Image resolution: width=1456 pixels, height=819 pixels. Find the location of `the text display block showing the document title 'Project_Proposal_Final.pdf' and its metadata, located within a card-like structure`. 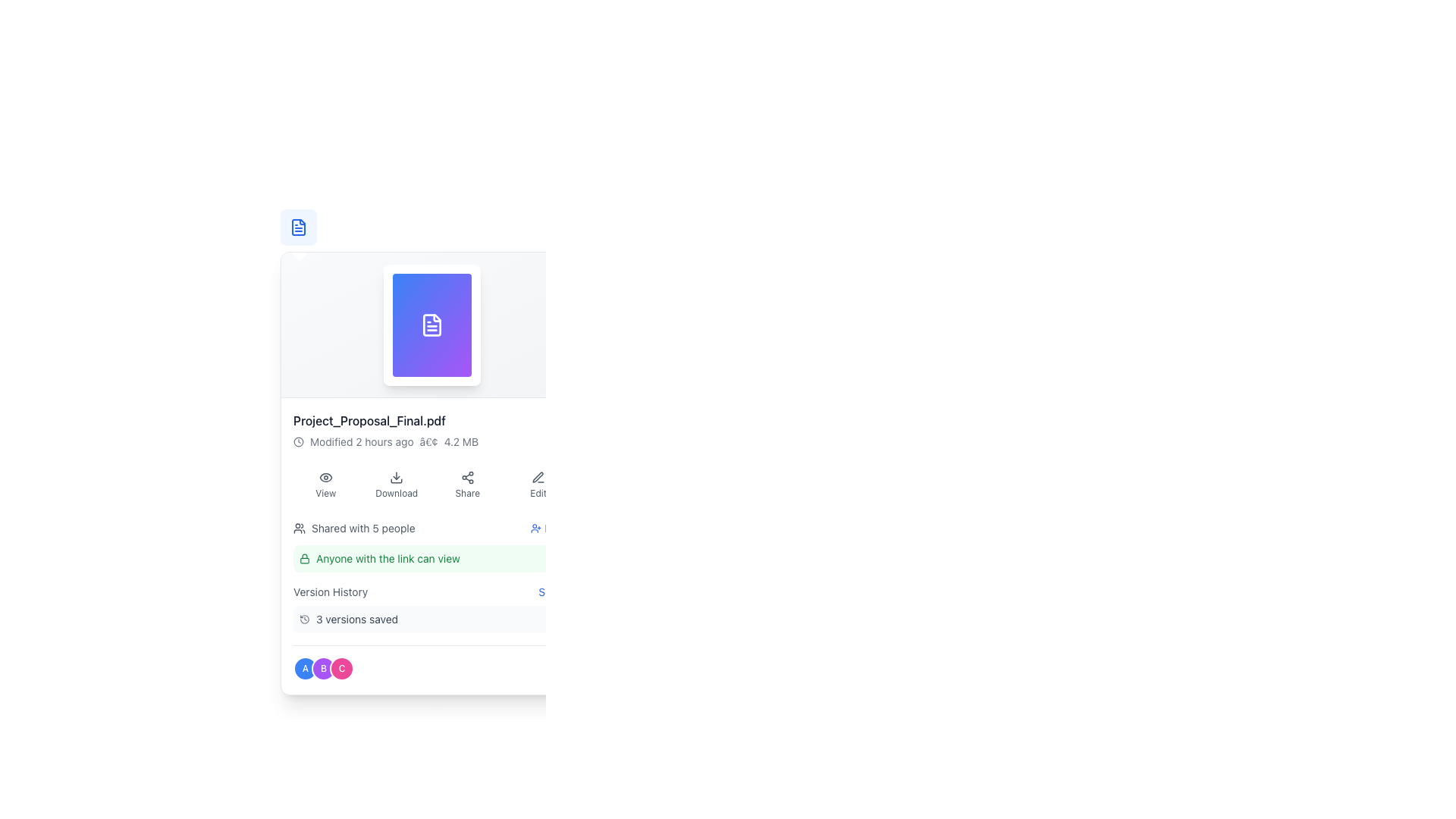

the text display block showing the document title 'Project_Proposal_Final.pdf' and its metadata, located within a card-like structure is located at coordinates (431, 430).